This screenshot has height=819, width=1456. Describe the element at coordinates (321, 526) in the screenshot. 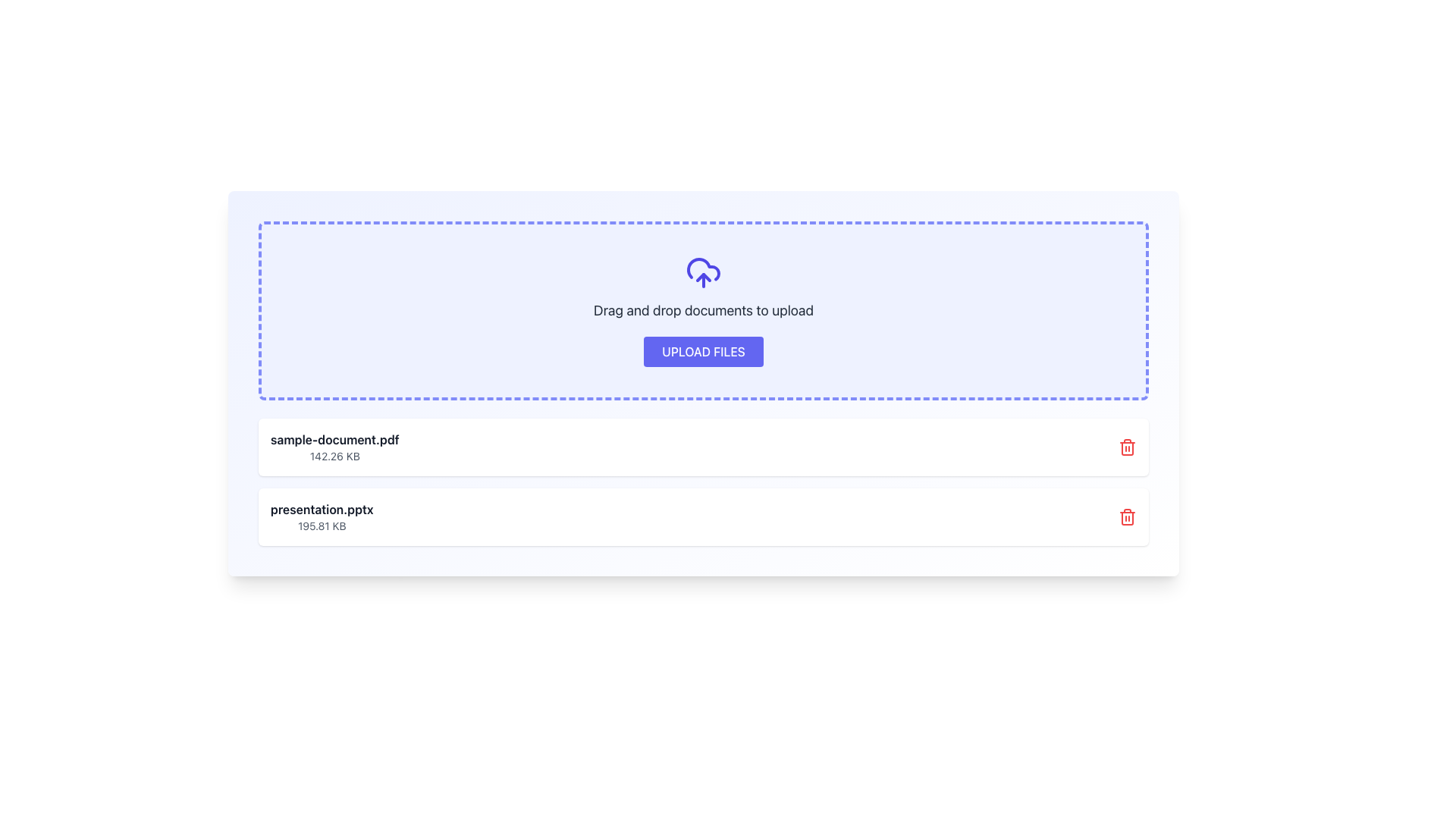

I see `the Text Label indicating the file size of 'presentation.pptx', which is located directly below the filename and aligned horizontally with it` at that location.